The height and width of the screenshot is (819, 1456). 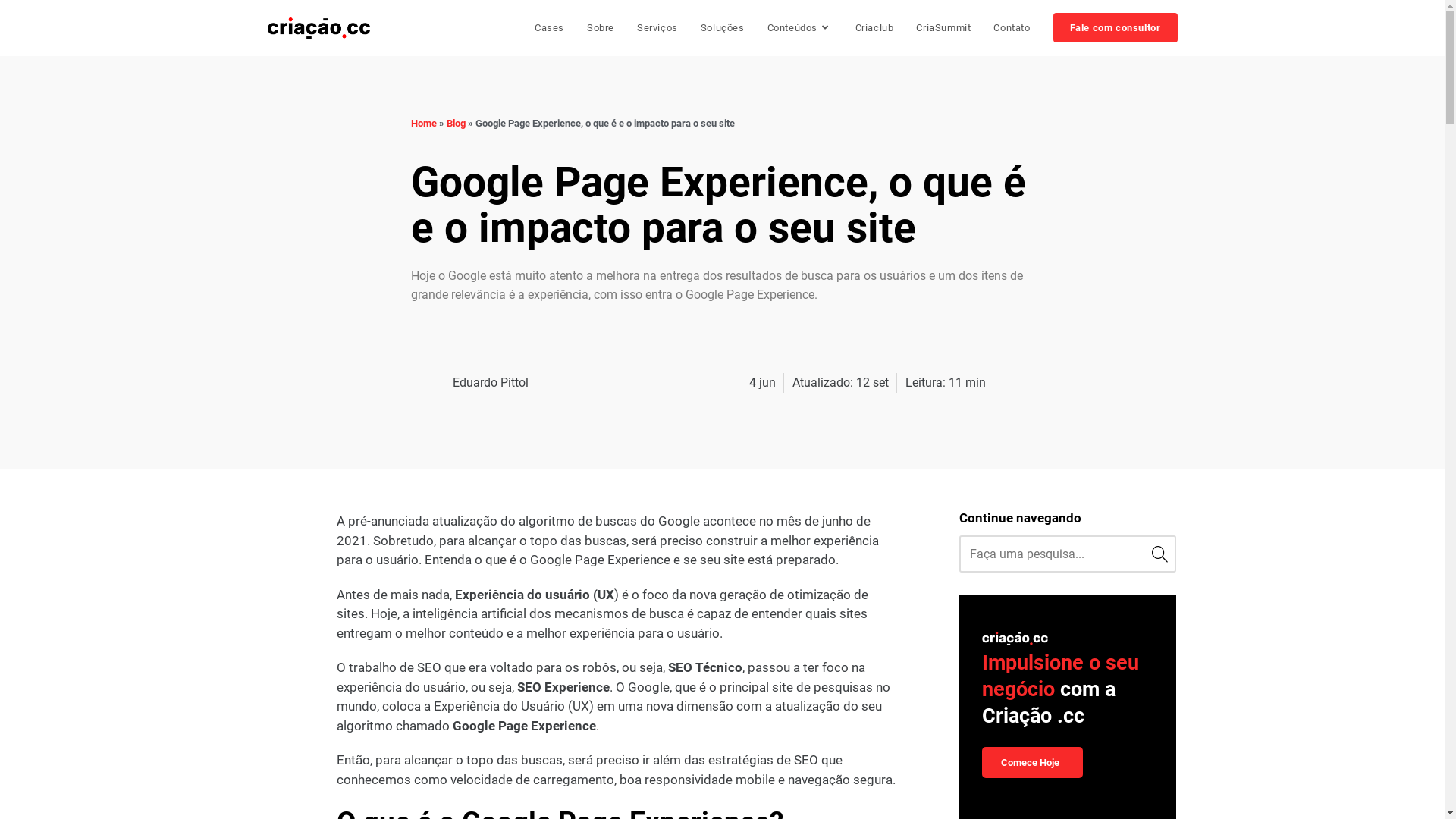 What do you see at coordinates (942, 28) in the screenshot?
I see `'CriaSummit'` at bounding box center [942, 28].